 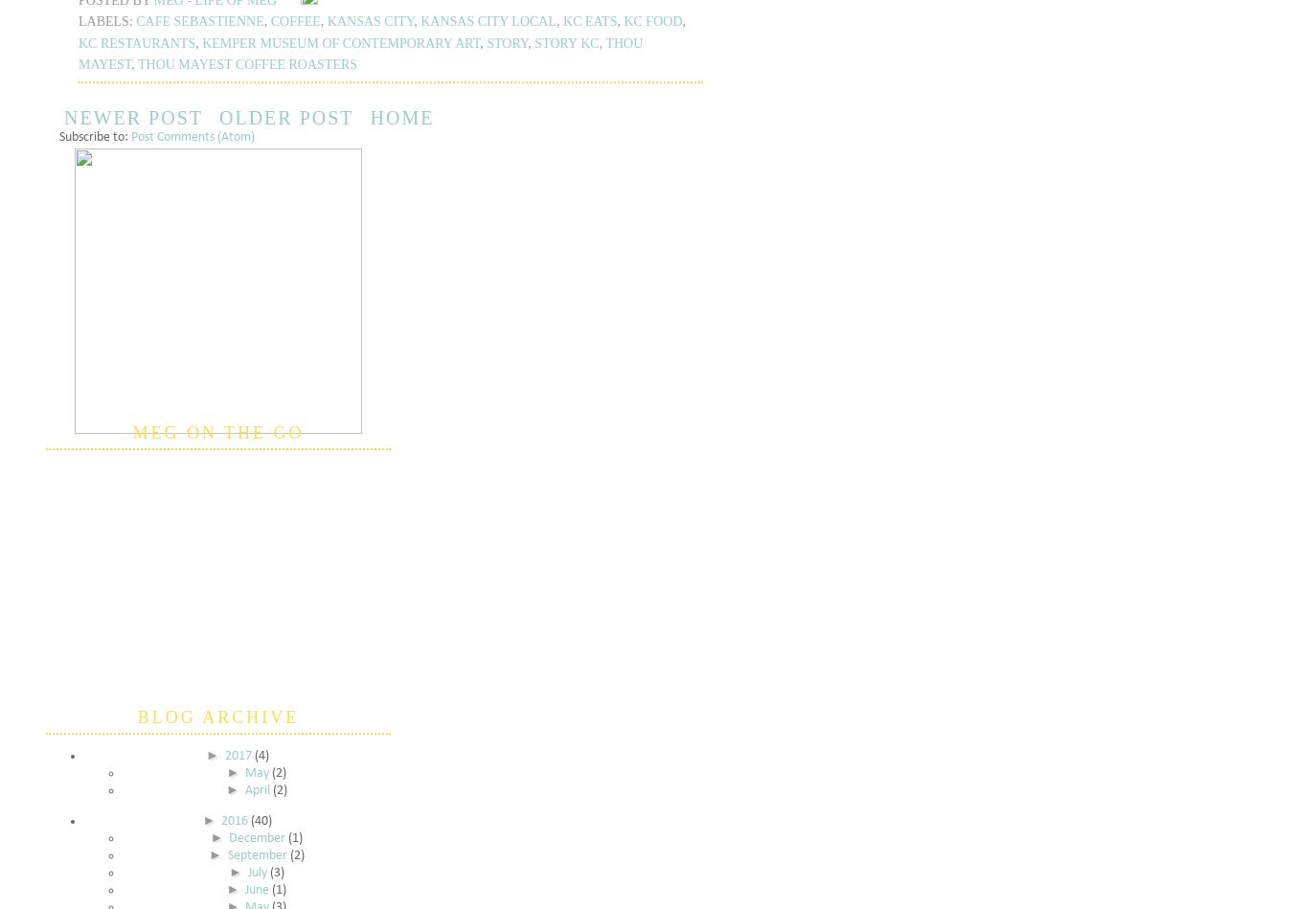 I want to click on '(4)', so click(x=260, y=756).